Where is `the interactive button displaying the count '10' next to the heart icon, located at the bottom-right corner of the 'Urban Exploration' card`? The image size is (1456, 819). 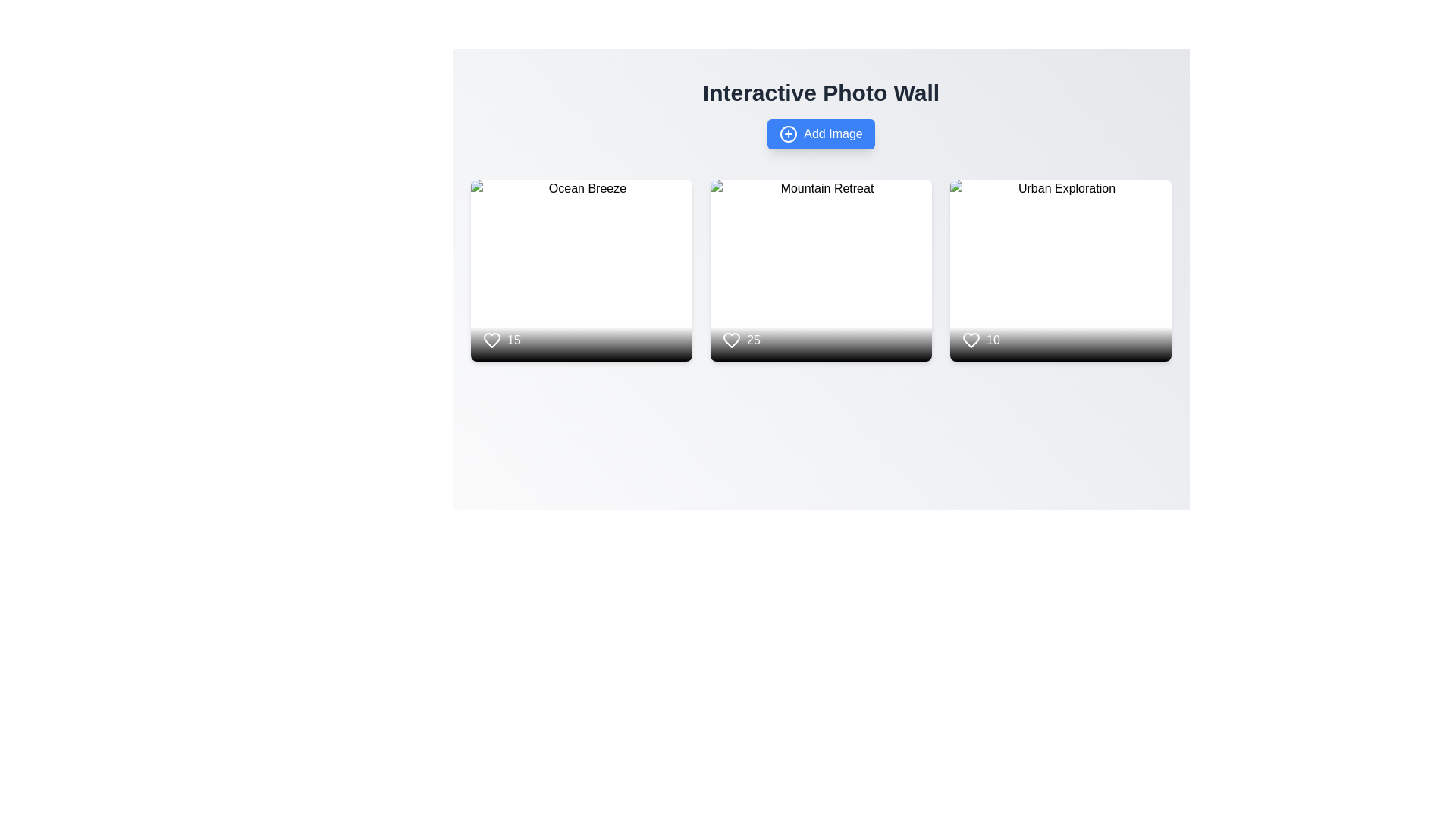 the interactive button displaying the count '10' next to the heart icon, located at the bottom-right corner of the 'Urban Exploration' card is located at coordinates (981, 339).